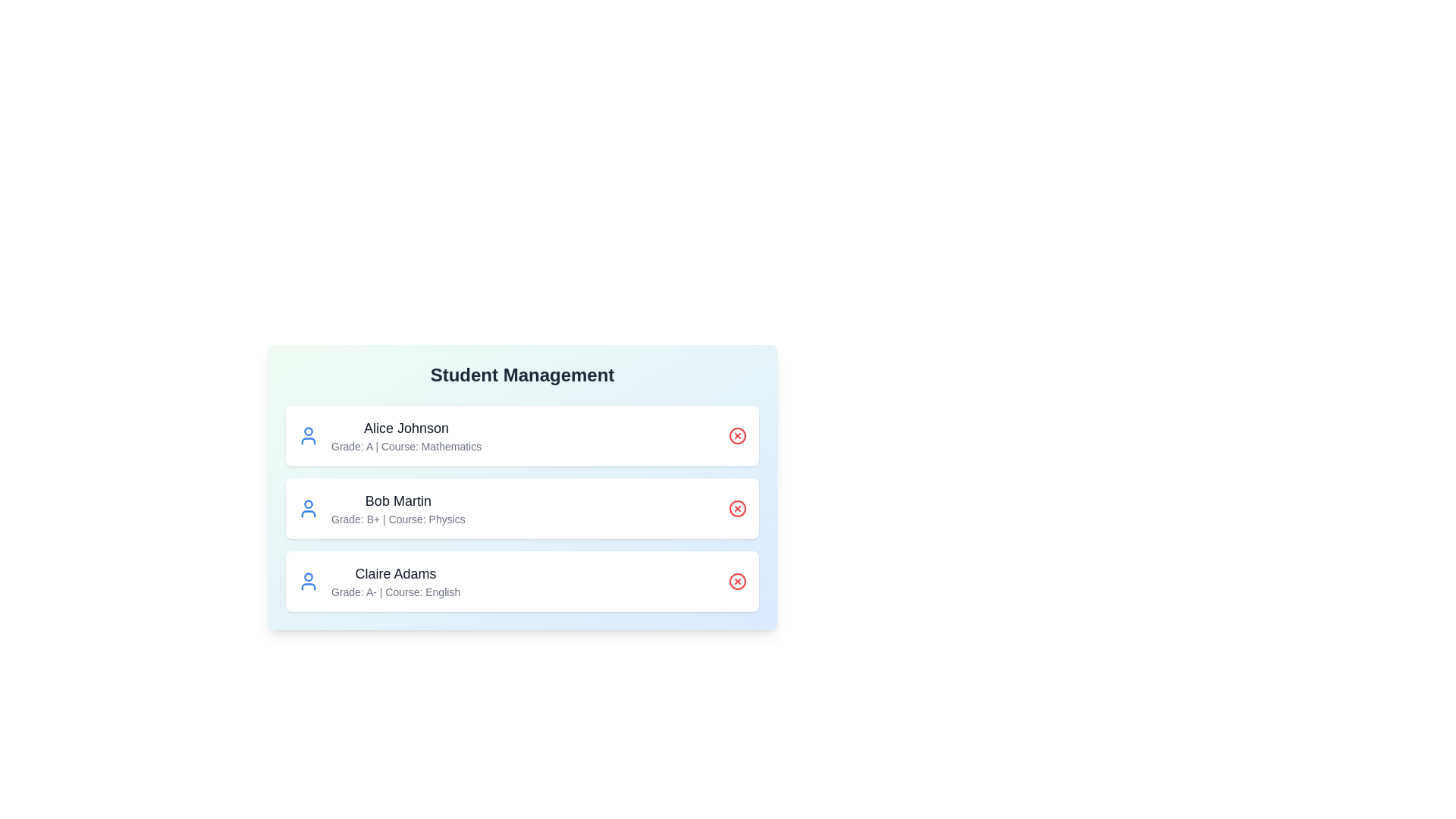 The width and height of the screenshot is (1456, 819). I want to click on the text of Claire Adams's details, so click(396, 573).